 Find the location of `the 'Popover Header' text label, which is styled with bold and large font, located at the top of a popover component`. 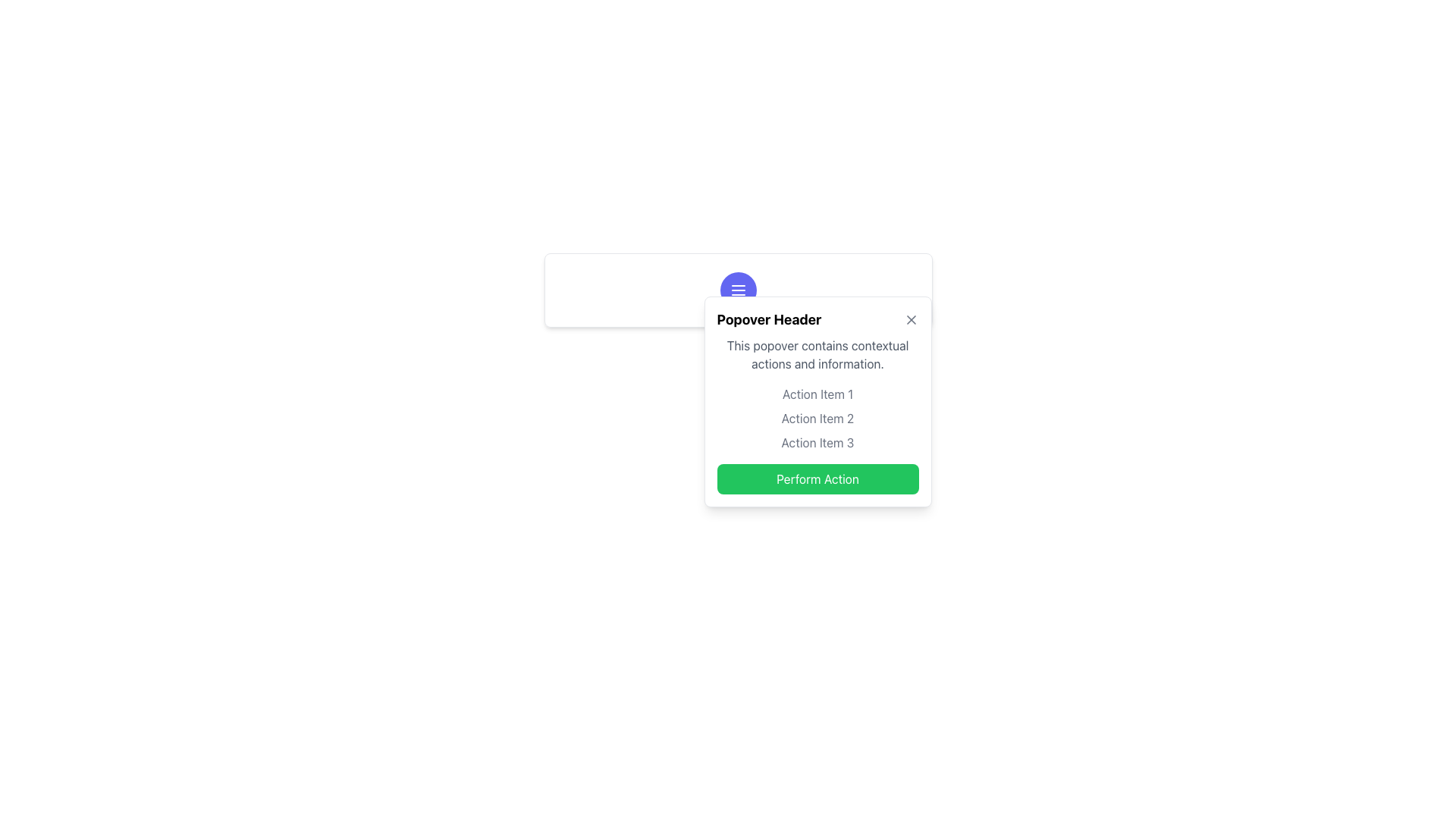

the 'Popover Header' text label, which is styled with bold and large font, located at the top of a popover component is located at coordinates (769, 318).